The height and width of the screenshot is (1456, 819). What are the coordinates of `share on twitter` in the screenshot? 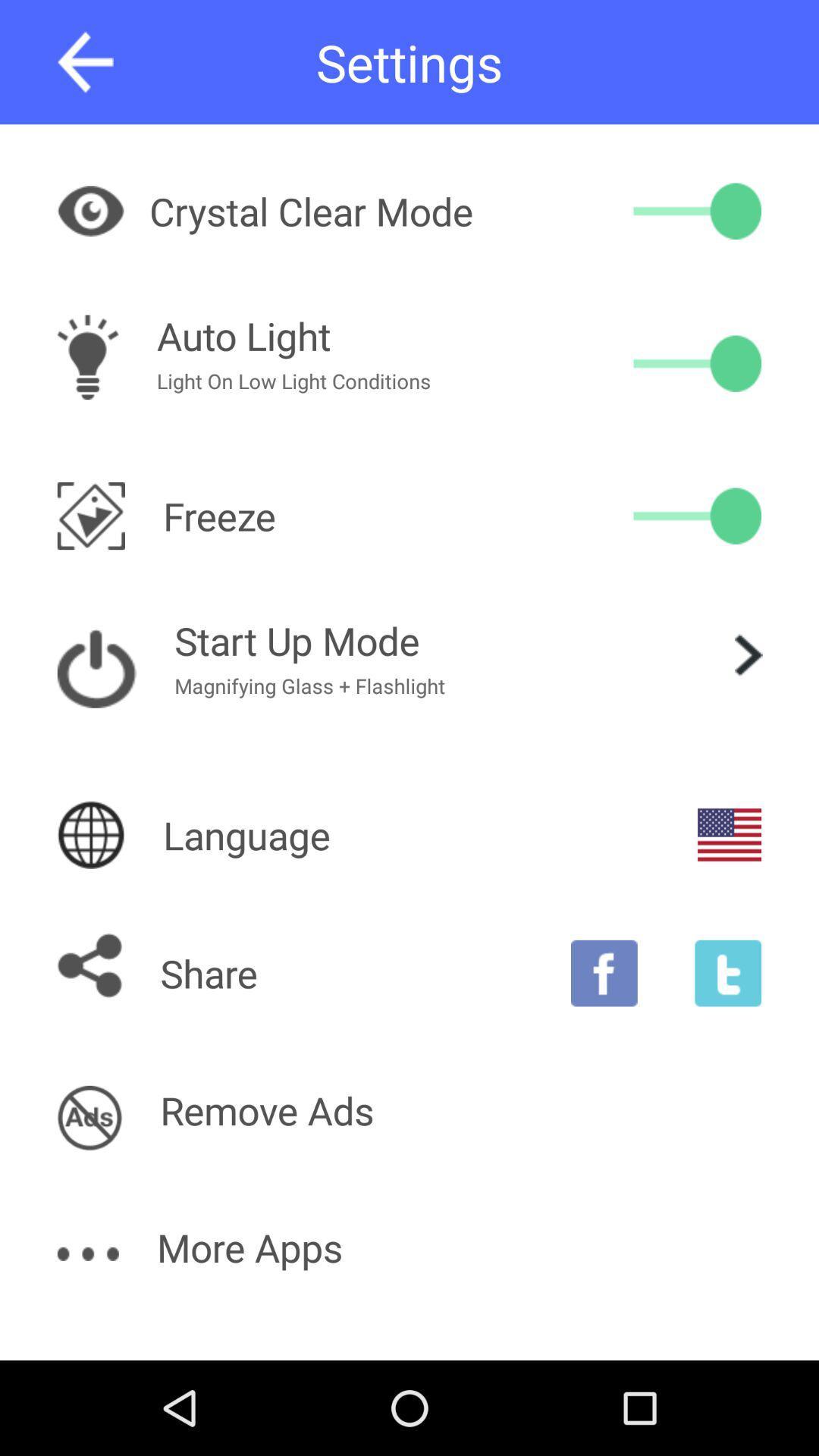 It's located at (727, 973).